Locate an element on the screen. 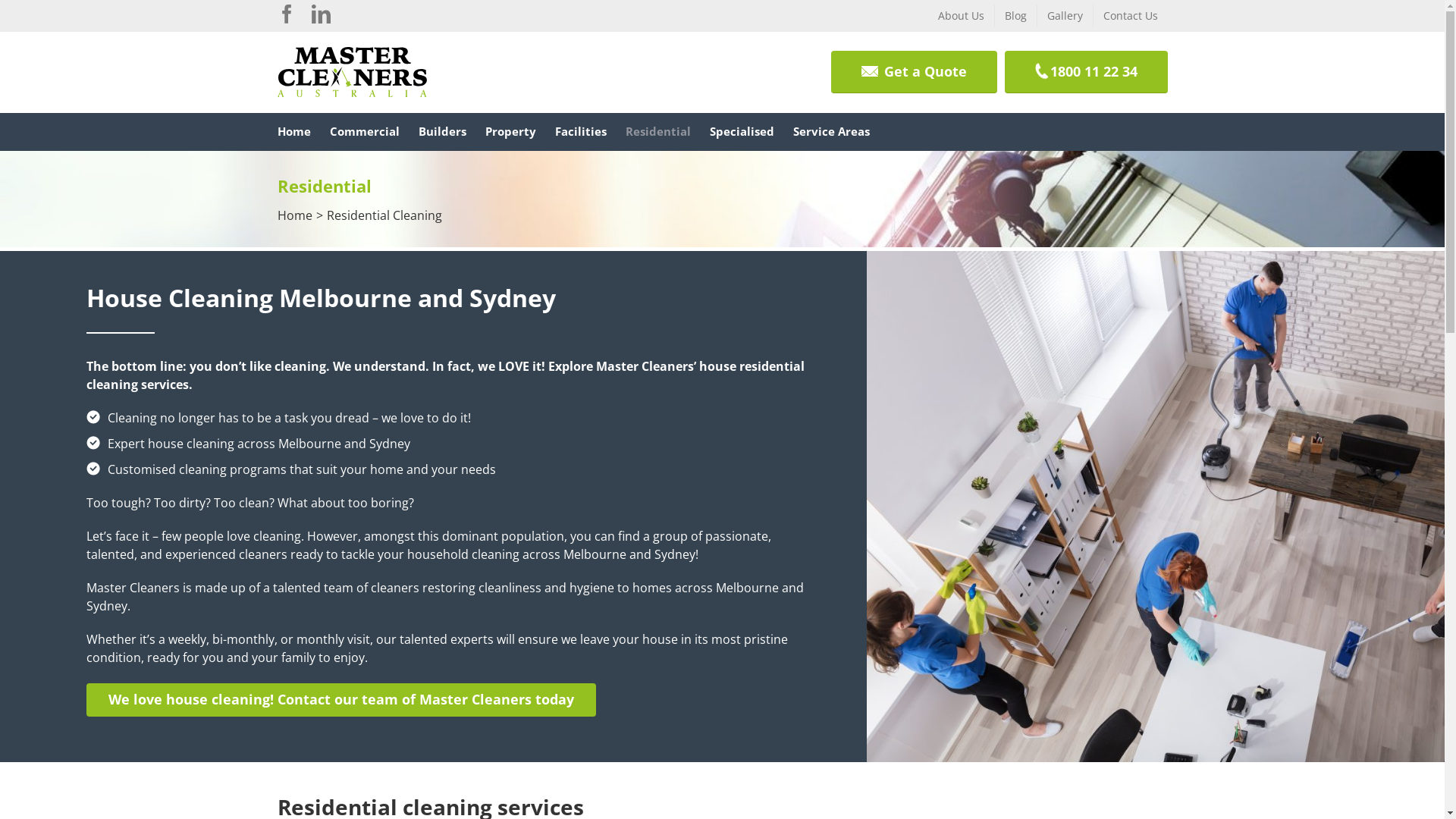  'Facebook' is located at coordinates (277, 14).